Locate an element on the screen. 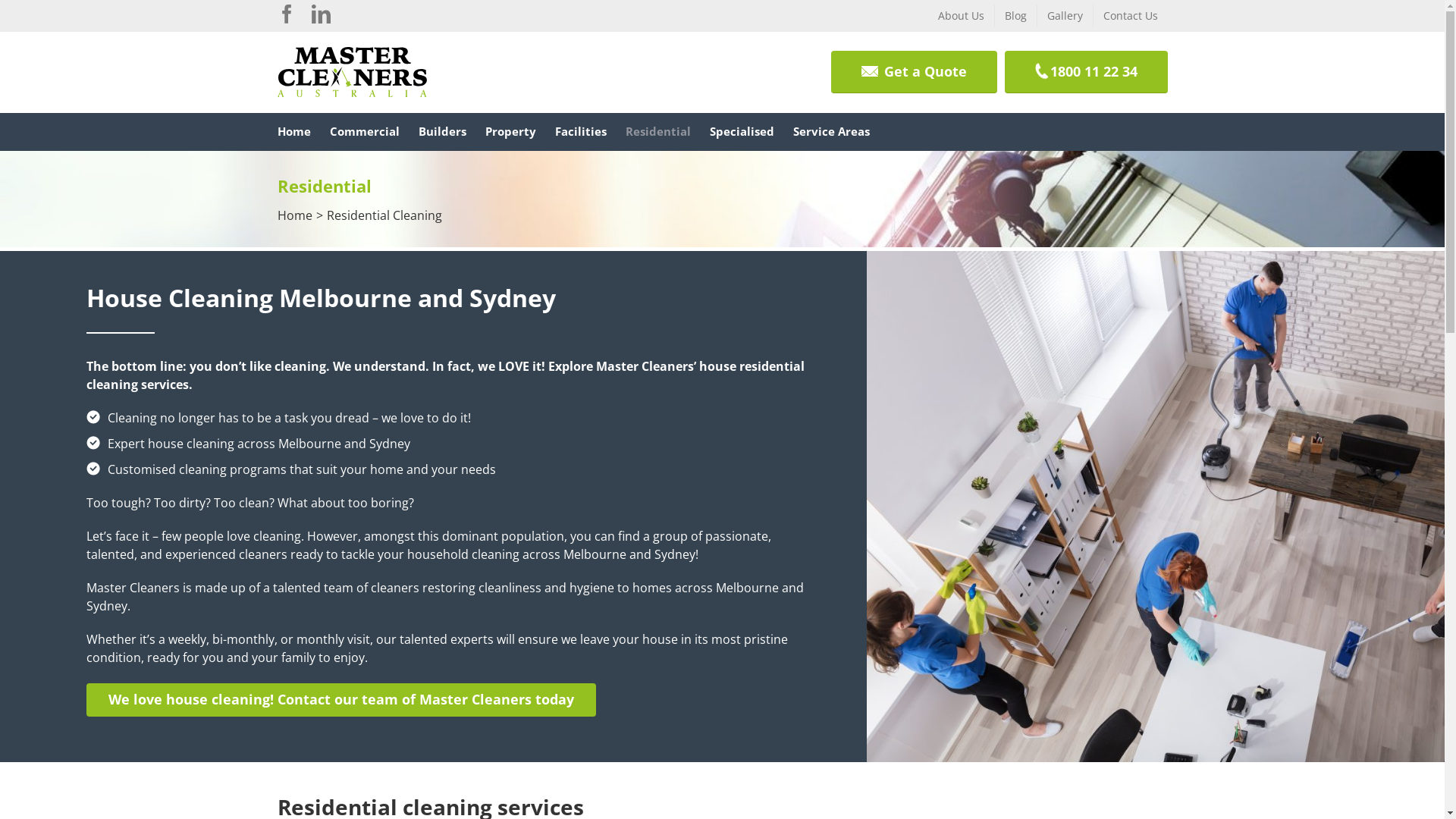  'Facebook' is located at coordinates (277, 14).